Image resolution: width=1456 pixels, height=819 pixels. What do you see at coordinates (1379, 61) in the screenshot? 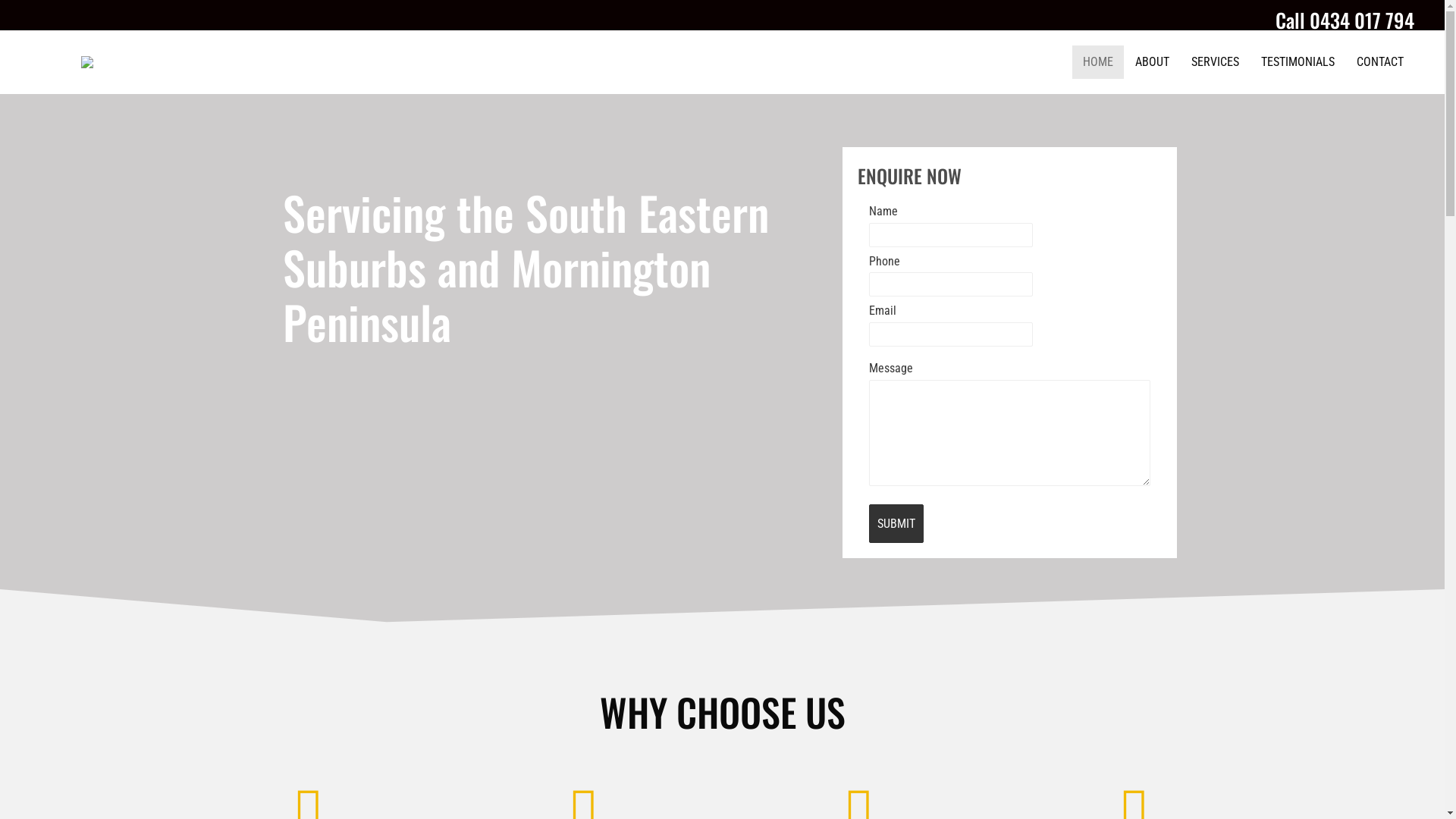
I see `'CONTACT'` at bounding box center [1379, 61].